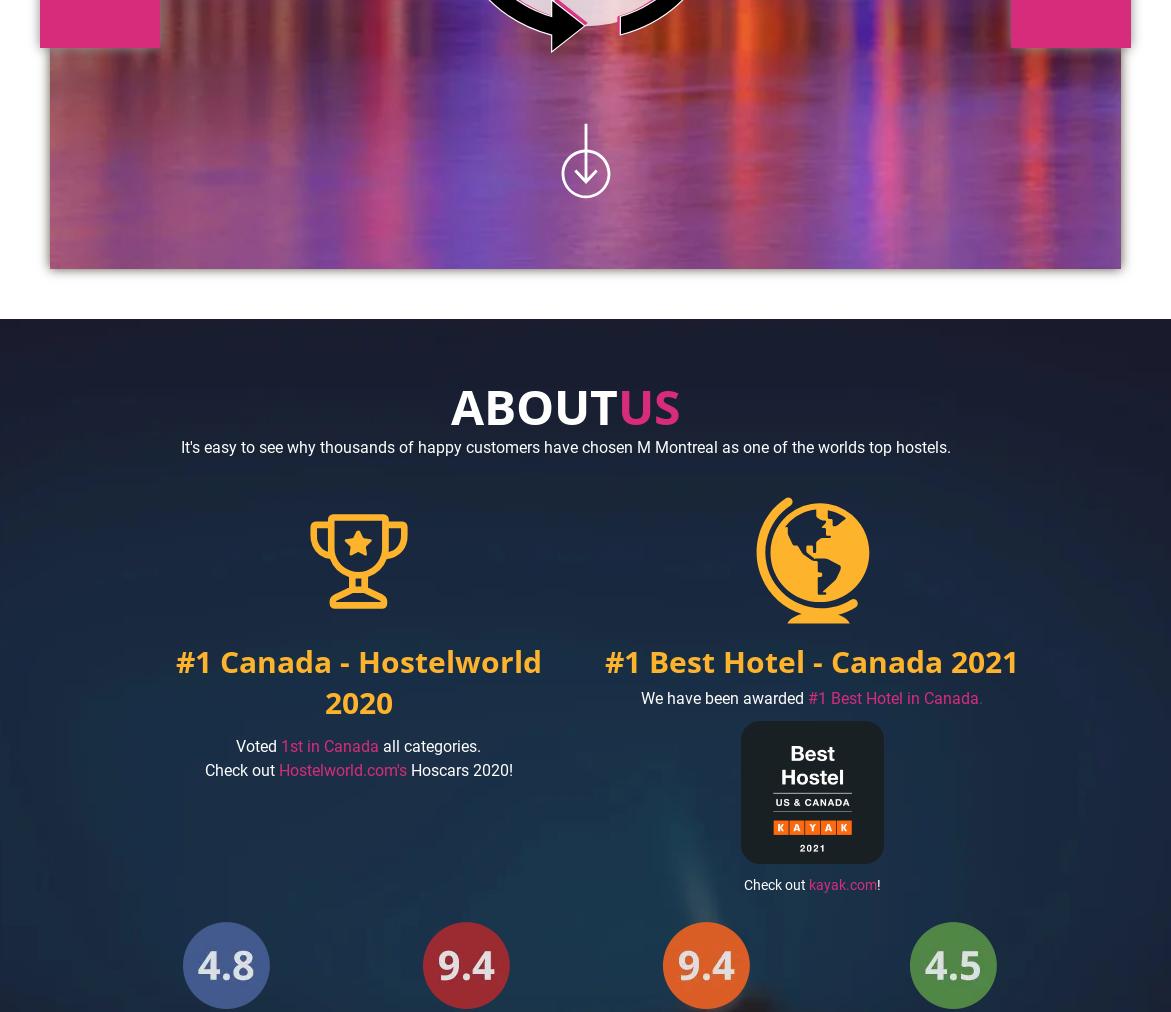 The image size is (1171, 1012). I want to click on ''s', so click(399, 768).